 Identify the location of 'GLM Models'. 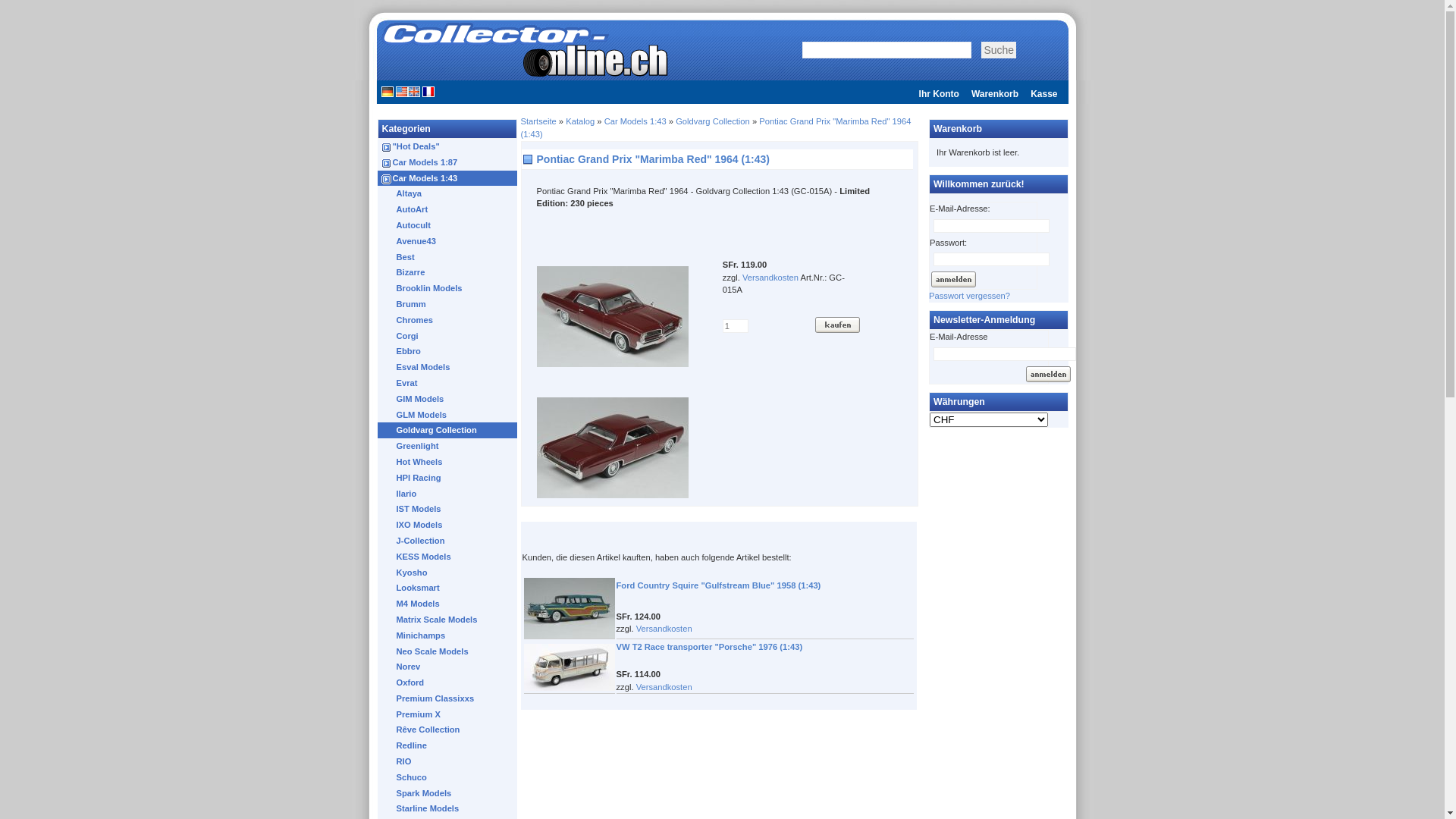
(449, 415).